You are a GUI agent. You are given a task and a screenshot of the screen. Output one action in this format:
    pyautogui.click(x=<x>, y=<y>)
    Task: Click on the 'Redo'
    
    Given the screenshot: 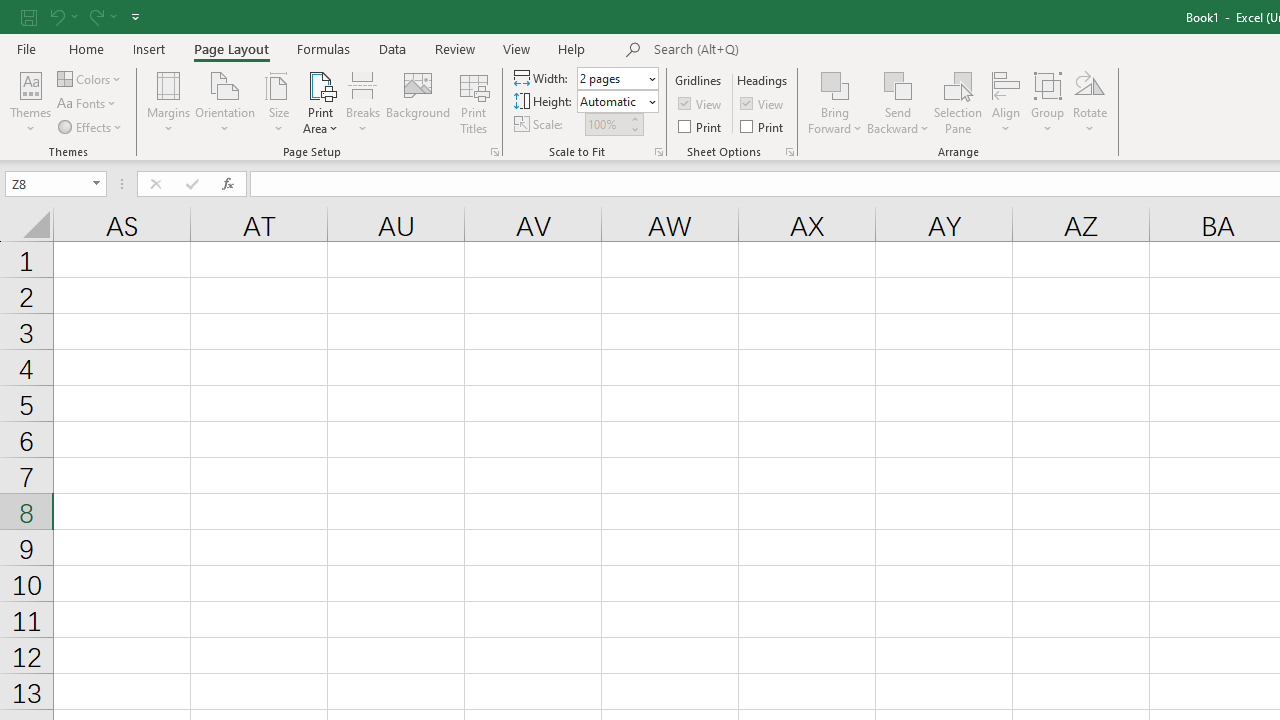 What is the action you would take?
    pyautogui.click(x=101, y=16)
    